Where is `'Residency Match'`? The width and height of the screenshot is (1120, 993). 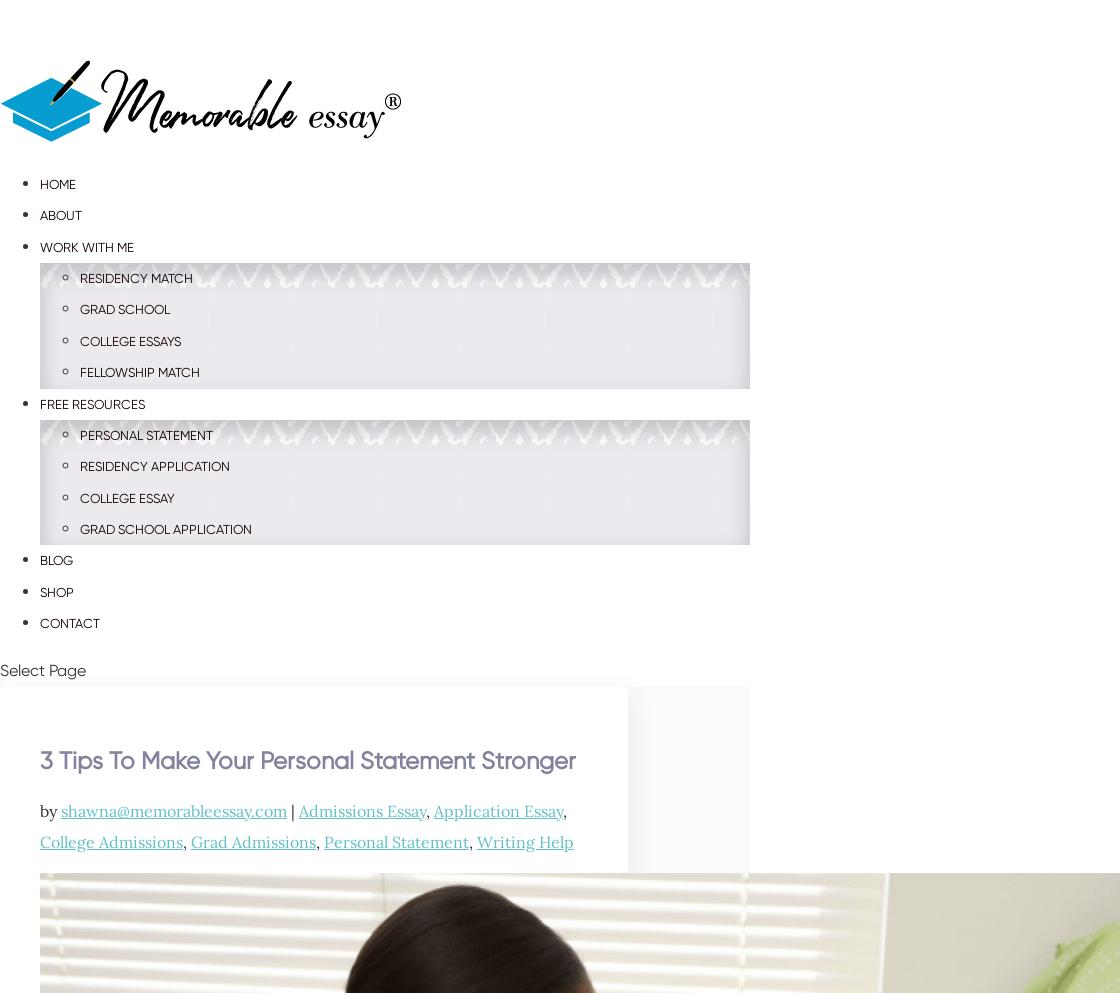 'Residency Match' is located at coordinates (136, 277).